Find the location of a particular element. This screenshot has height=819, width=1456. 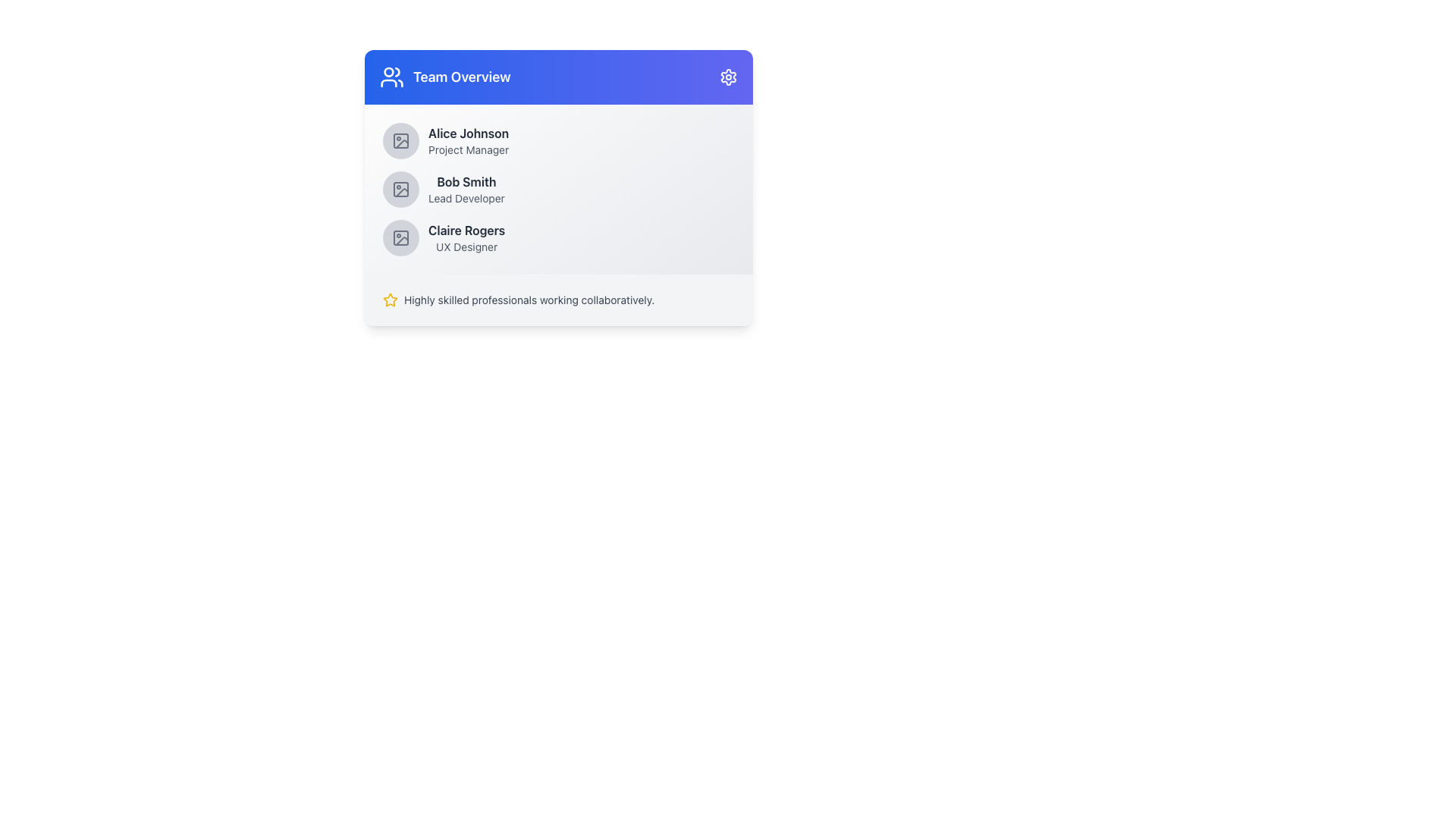

the settings icon button located in the top-right corner of the blue header section of the card, adjacent to the 'Team Overview' title is located at coordinates (728, 77).